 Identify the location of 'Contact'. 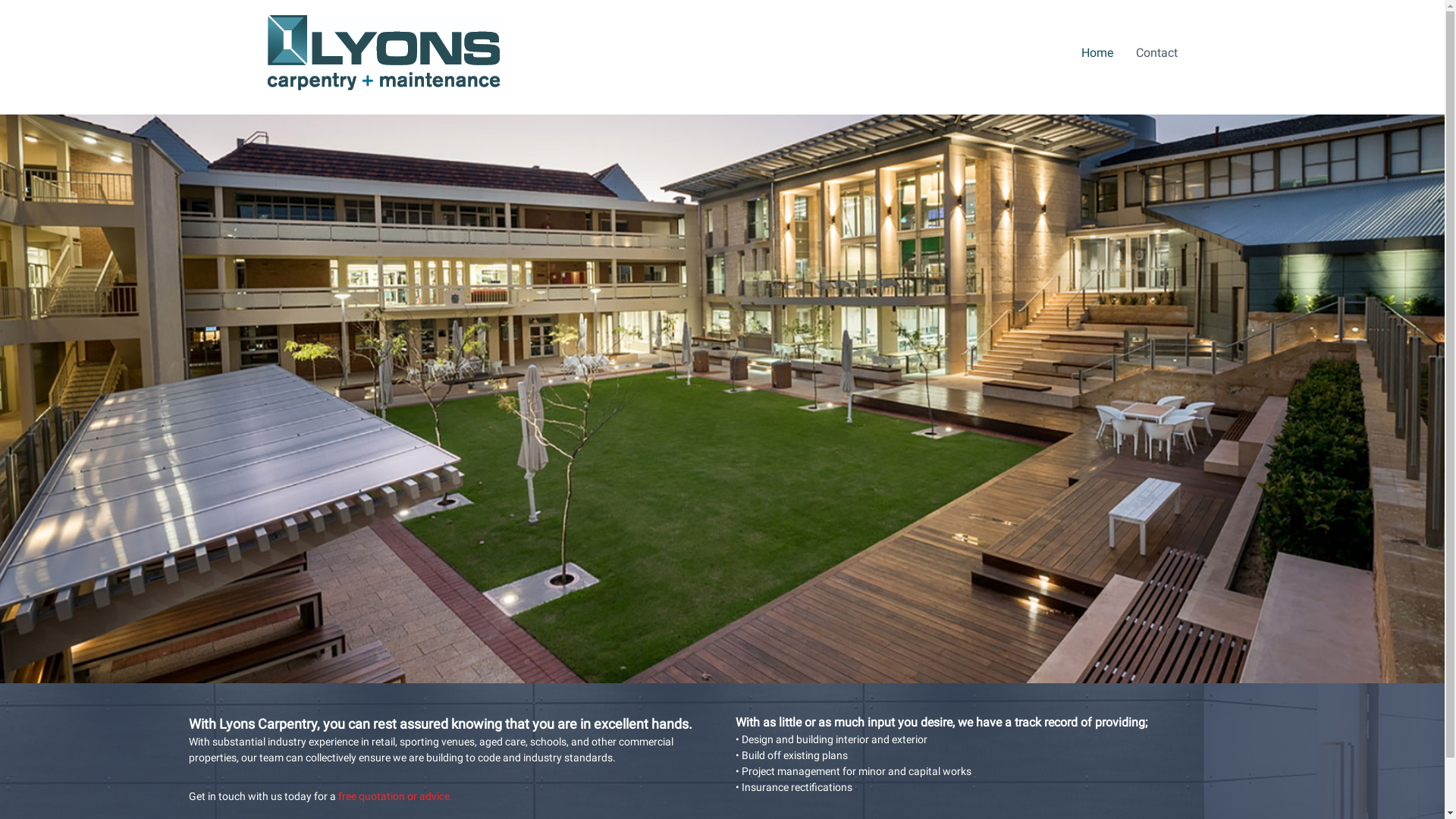
(1135, 52).